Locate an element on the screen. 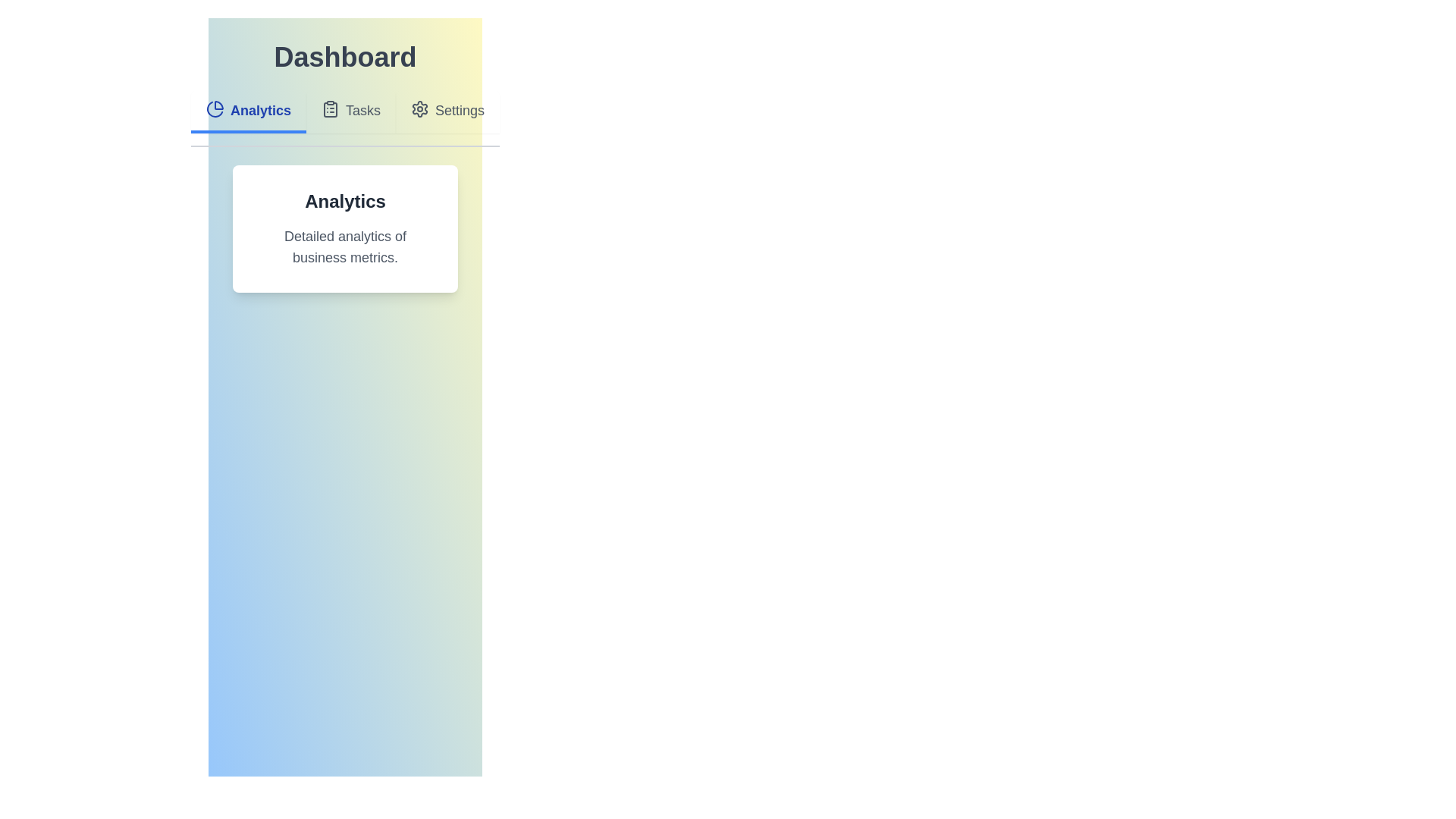 This screenshot has width=1456, height=819. the Analytics tab to observe its hover effect is located at coordinates (247, 111).